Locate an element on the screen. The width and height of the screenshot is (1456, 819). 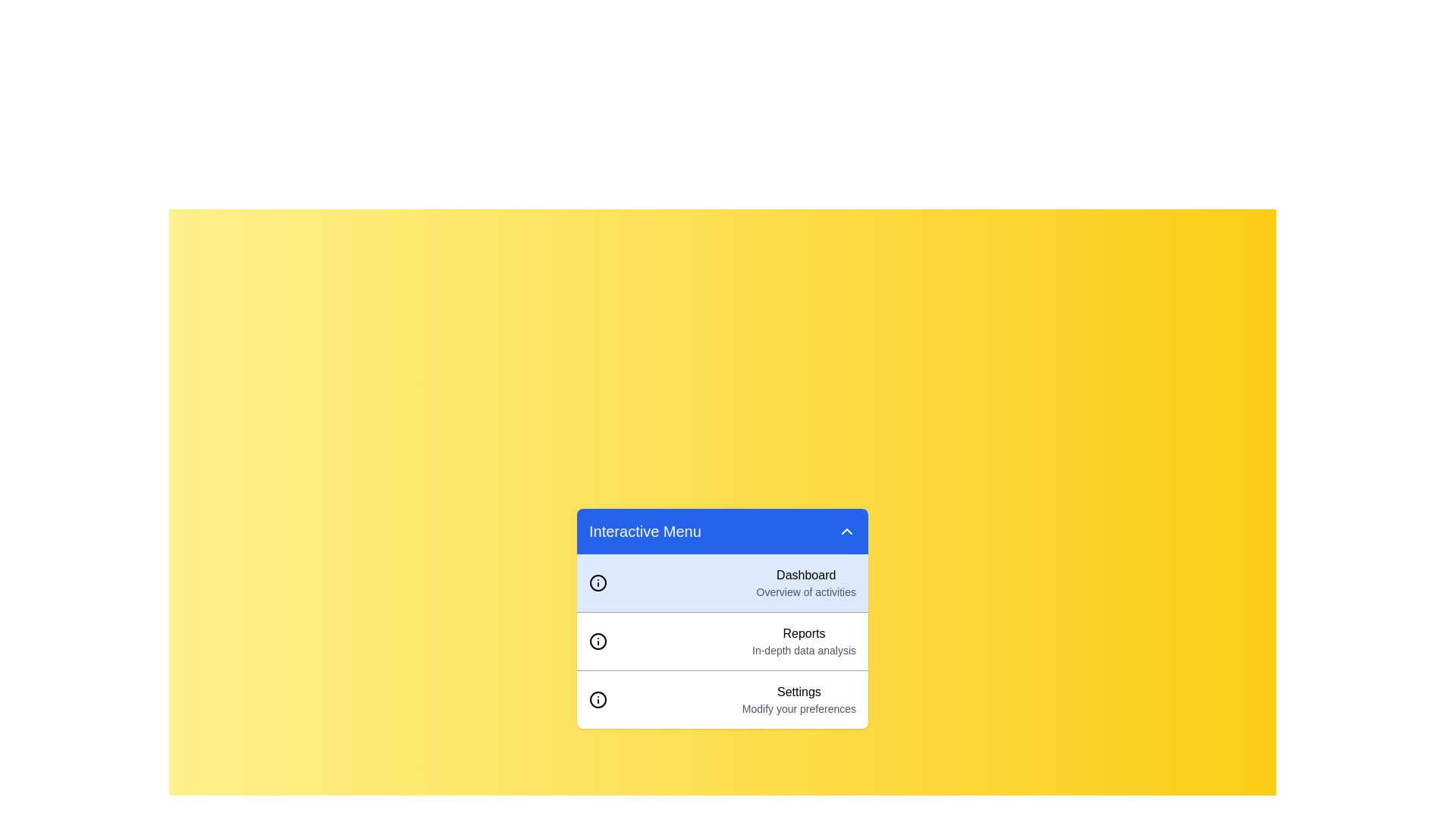
the toggle button in the header of the panel to toggle the visibility of the menu is located at coordinates (846, 531).